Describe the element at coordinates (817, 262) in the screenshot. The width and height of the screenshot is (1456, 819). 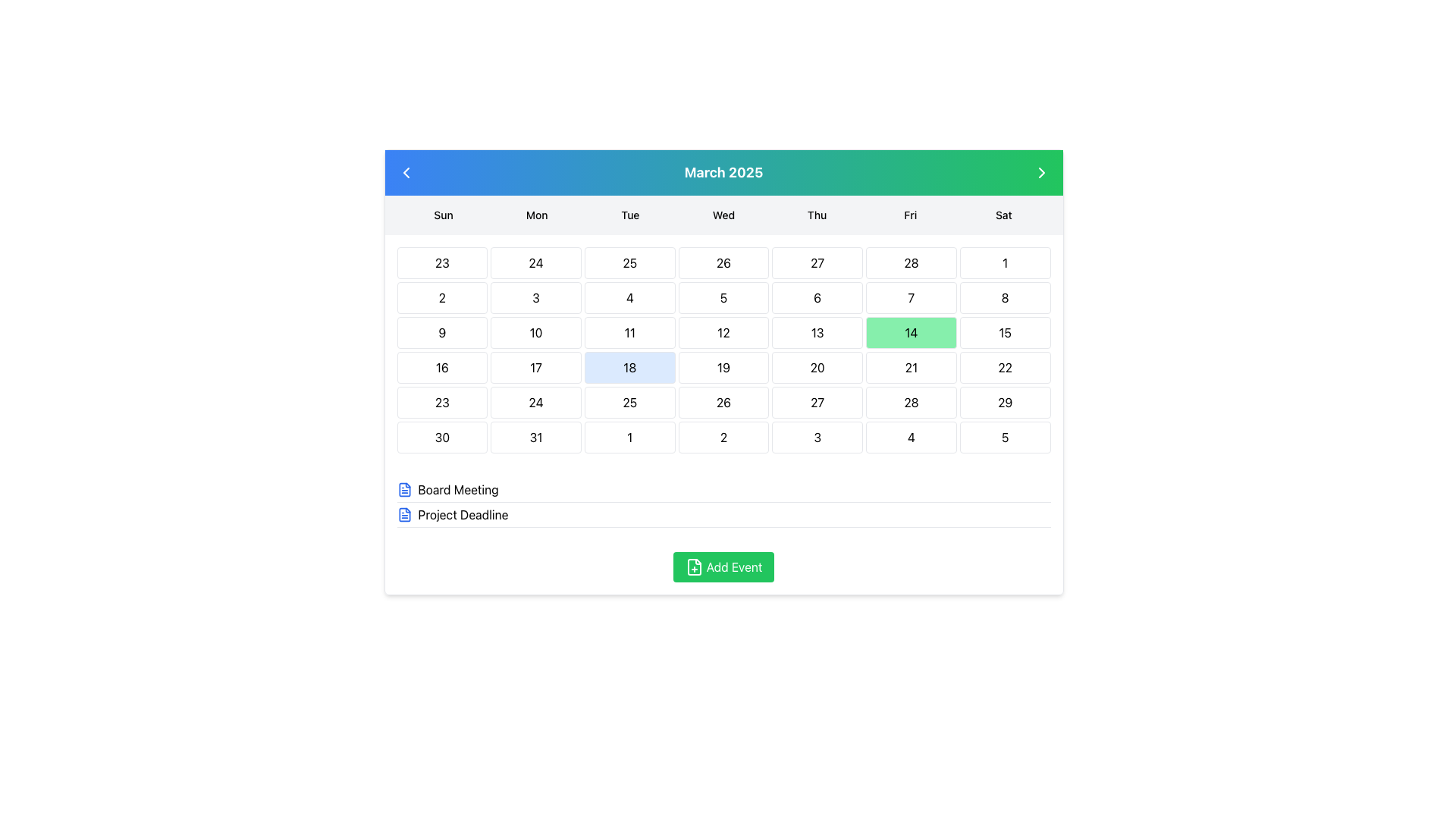
I see `the button representing the day '27' in the monthly calendar view` at that location.